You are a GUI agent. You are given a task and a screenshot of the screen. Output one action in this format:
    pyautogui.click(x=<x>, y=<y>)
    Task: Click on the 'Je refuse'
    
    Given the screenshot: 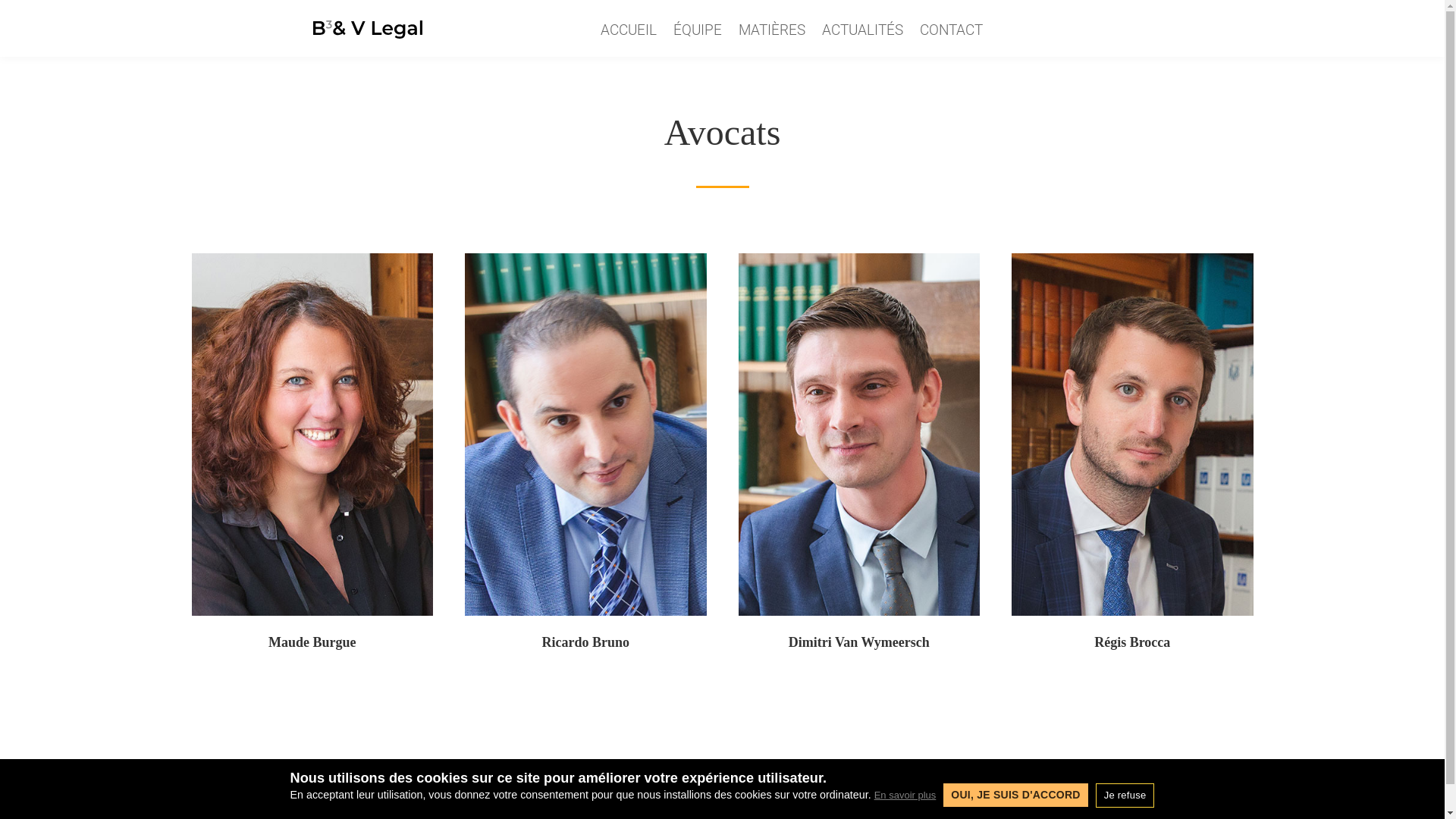 What is the action you would take?
    pyautogui.click(x=1125, y=794)
    